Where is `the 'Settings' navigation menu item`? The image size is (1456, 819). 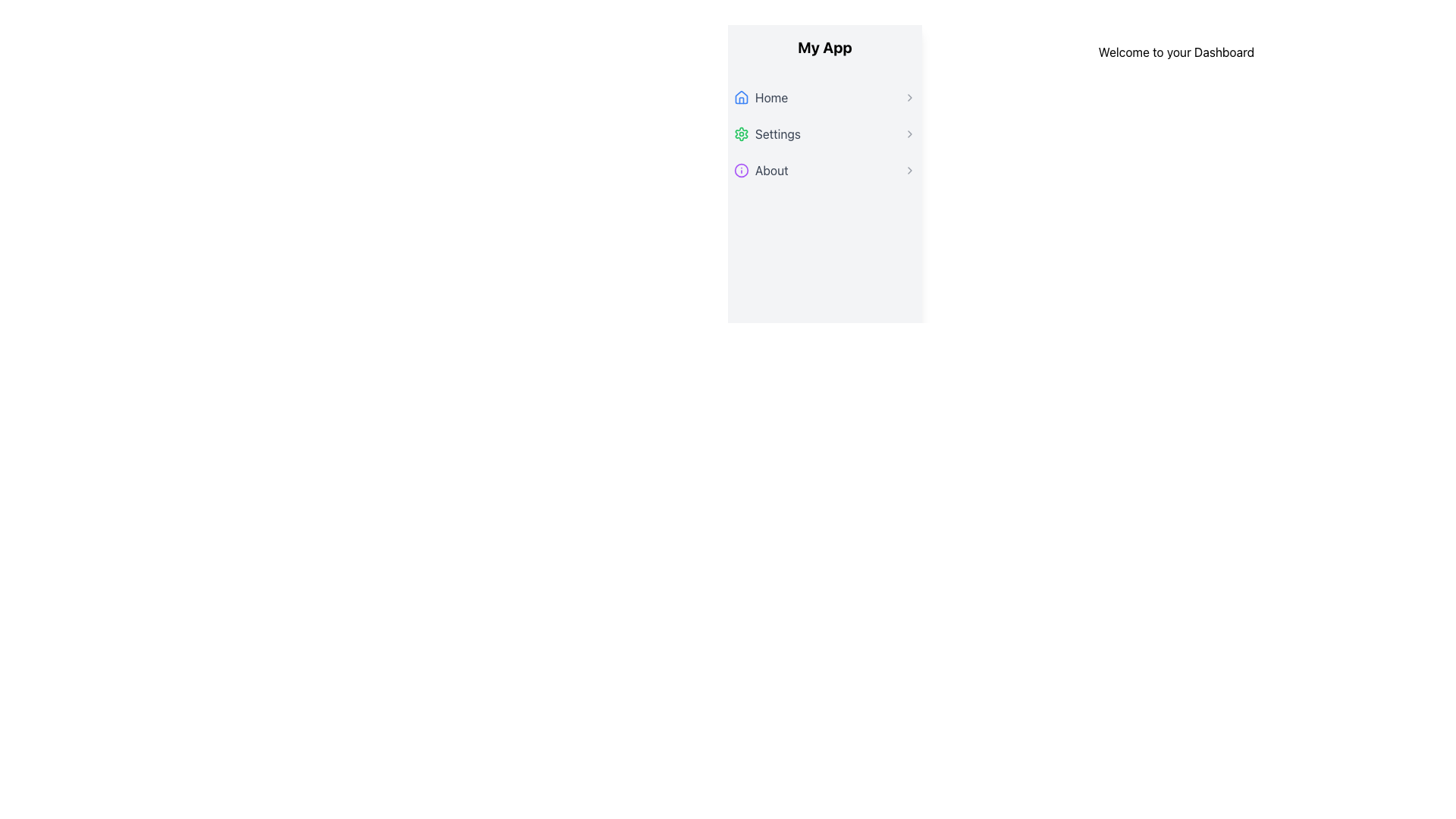 the 'Settings' navigation menu item is located at coordinates (824, 133).